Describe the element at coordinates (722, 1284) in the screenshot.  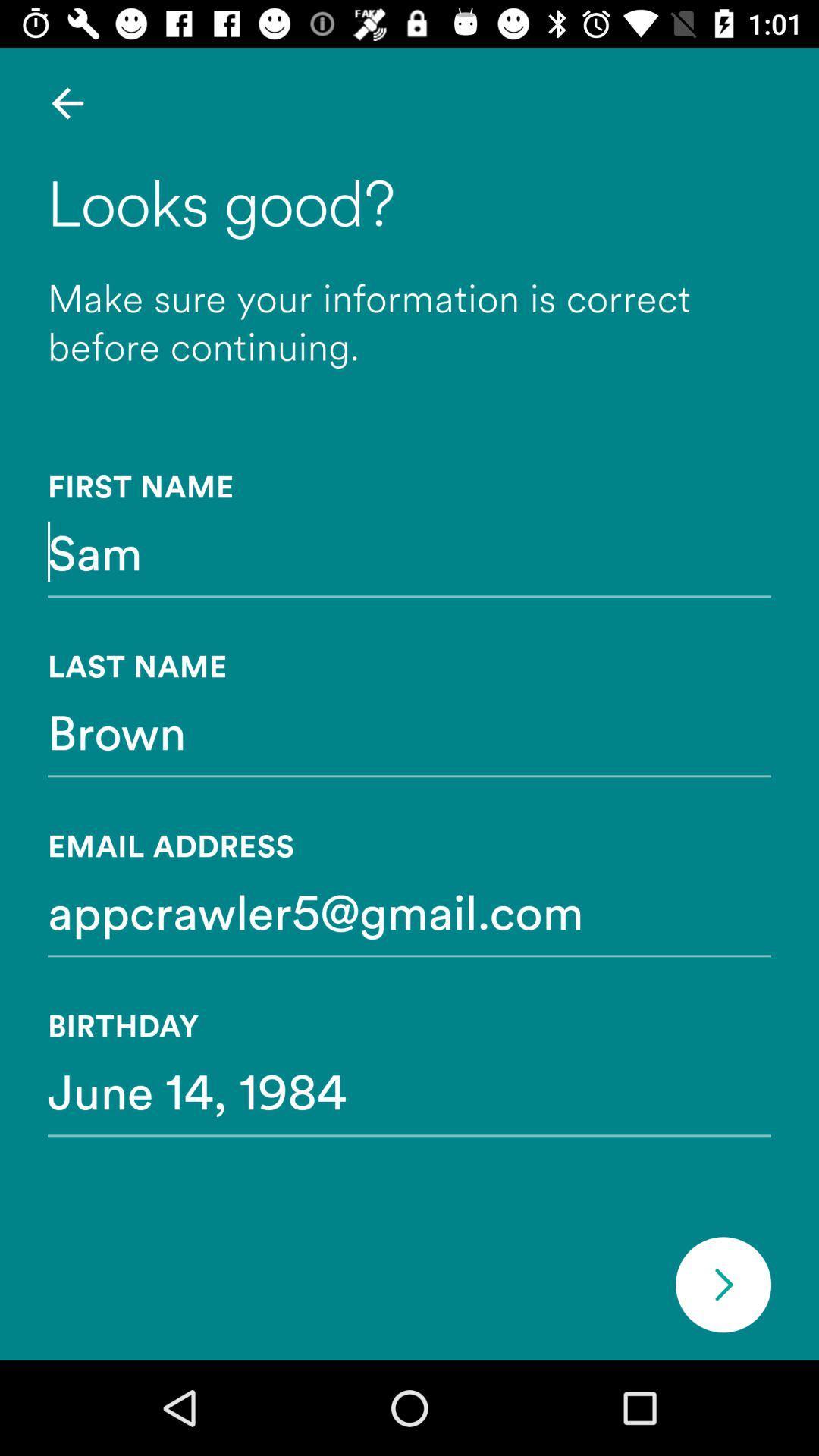
I see `next page` at that location.